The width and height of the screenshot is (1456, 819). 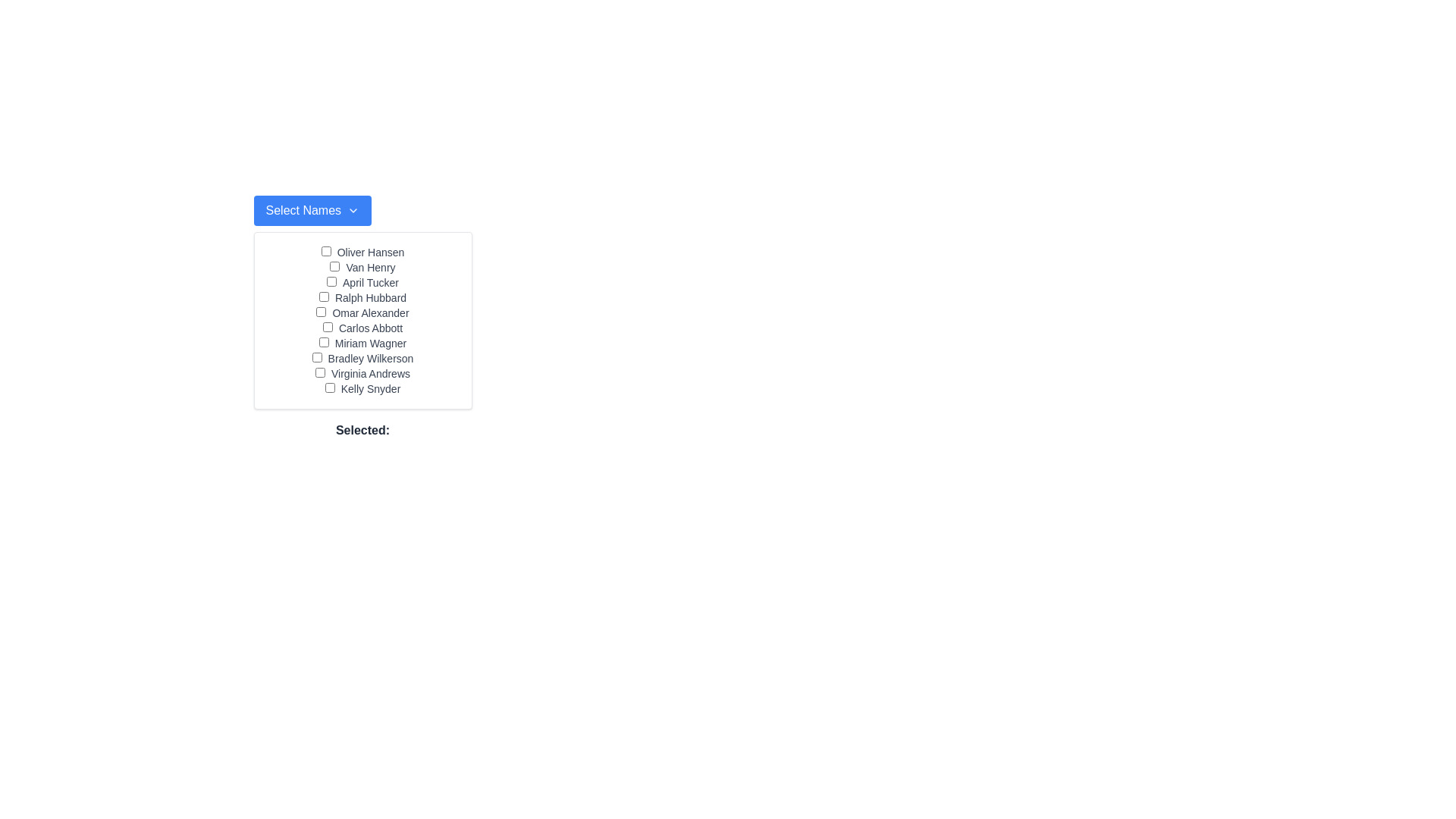 What do you see at coordinates (353, 210) in the screenshot?
I see `blue button containing the chevron icon, which indicates the expandability of the associated dropdown menu, positioned to the right of the text 'Select Names'` at bounding box center [353, 210].